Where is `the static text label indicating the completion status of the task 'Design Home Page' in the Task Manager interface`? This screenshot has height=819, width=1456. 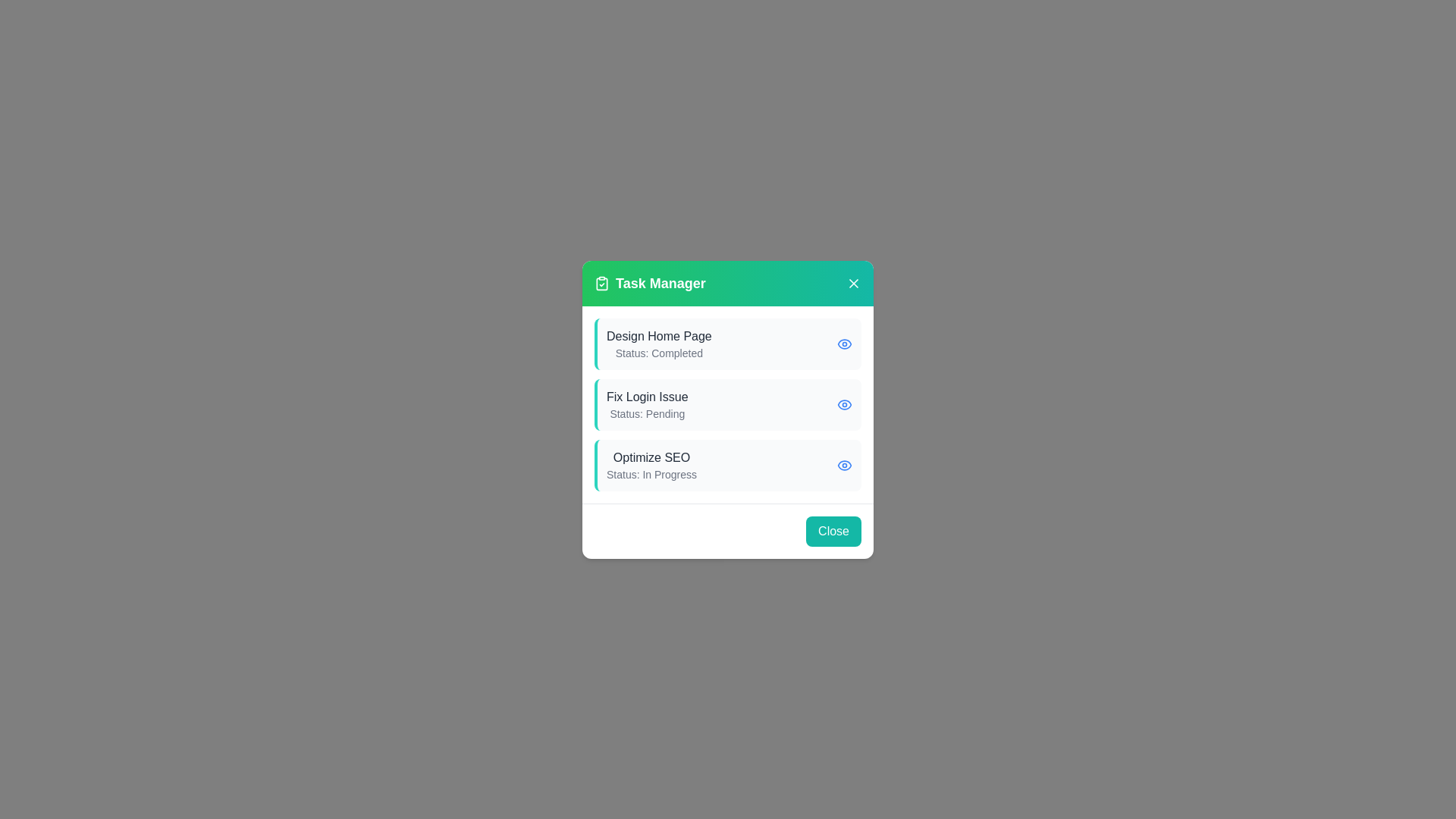
the static text label indicating the completion status of the task 'Design Home Page' in the Task Manager interface is located at coordinates (659, 353).